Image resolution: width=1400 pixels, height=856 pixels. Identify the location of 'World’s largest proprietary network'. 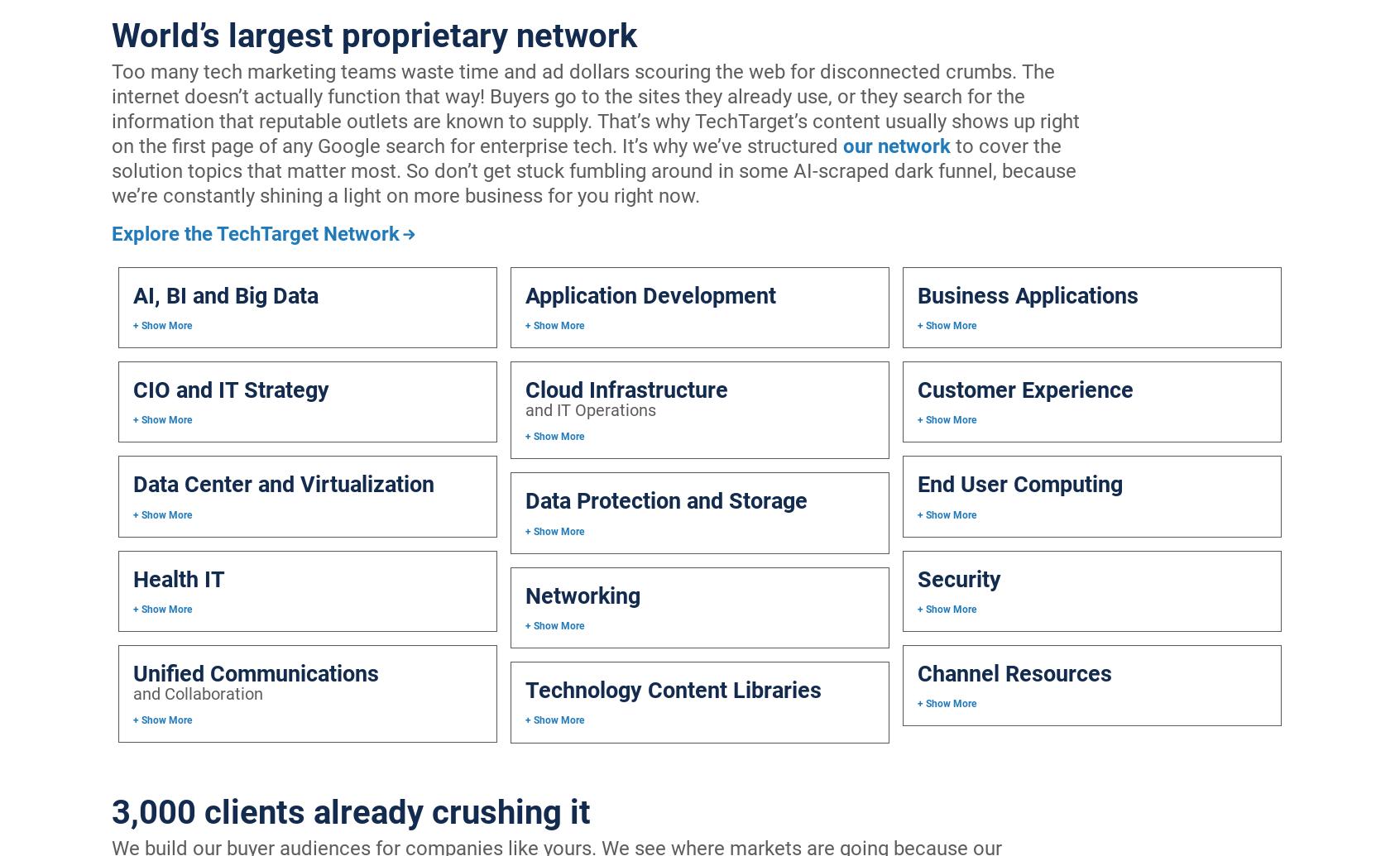
(373, 36).